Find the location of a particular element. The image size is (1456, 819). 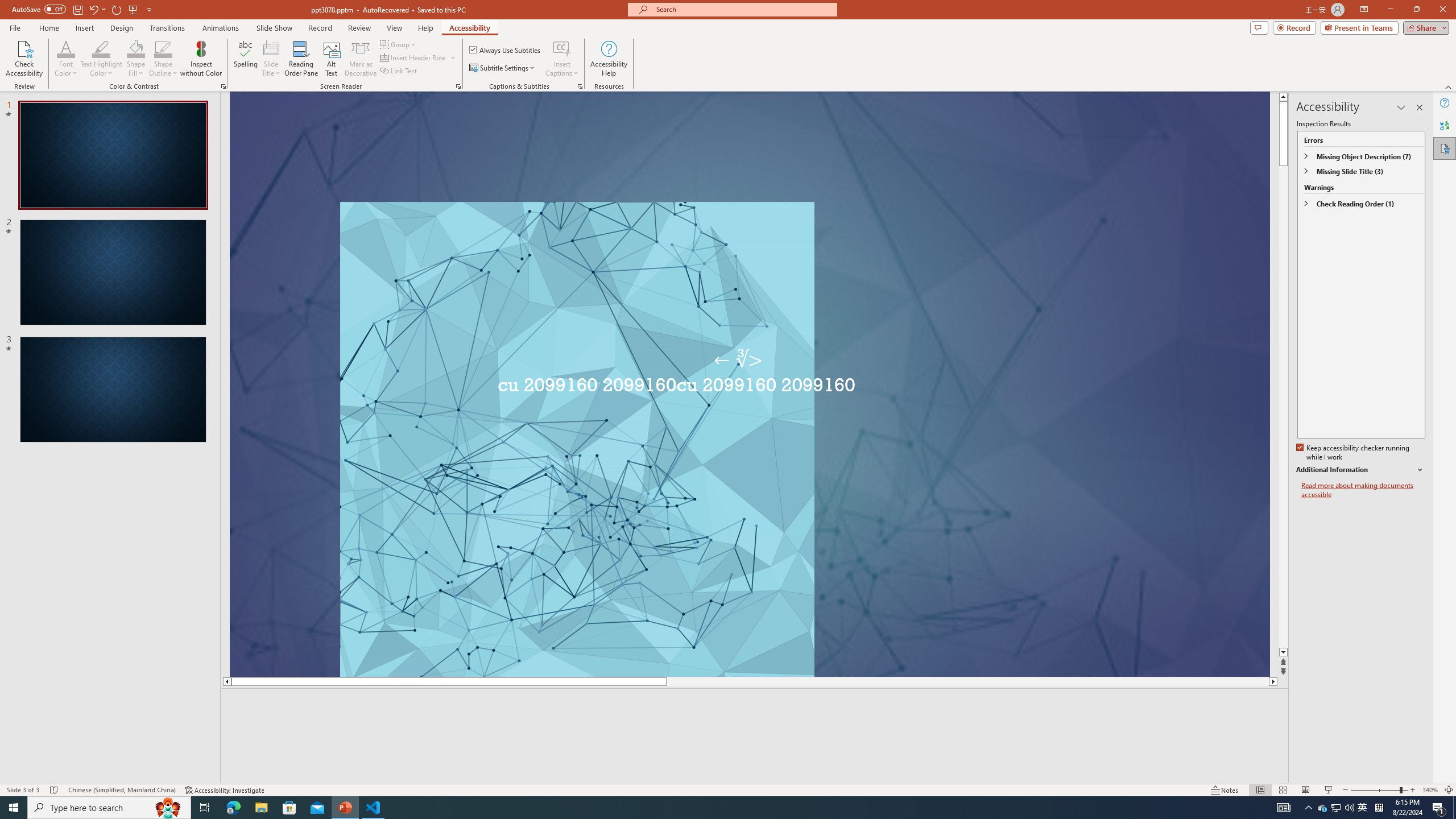

'An abstract genetic concept' is located at coordinates (760, 395).